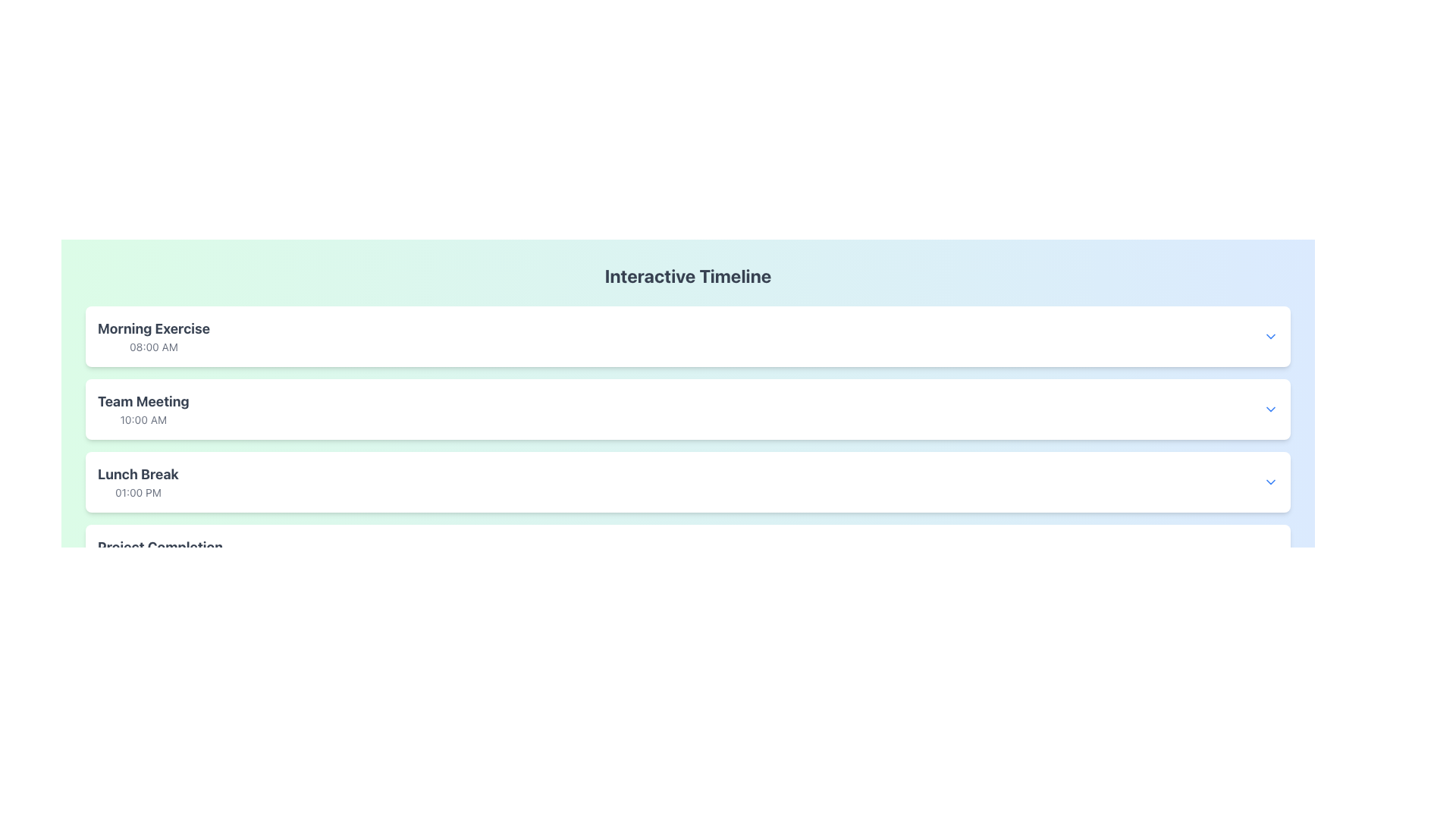 The image size is (1456, 819). What do you see at coordinates (1270, 335) in the screenshot?
I see `the blue downward-pointing chevron icon button on the far-right side of the 'Morning Exercise 08:00 AM' row` at bounding box center [1270, 335].